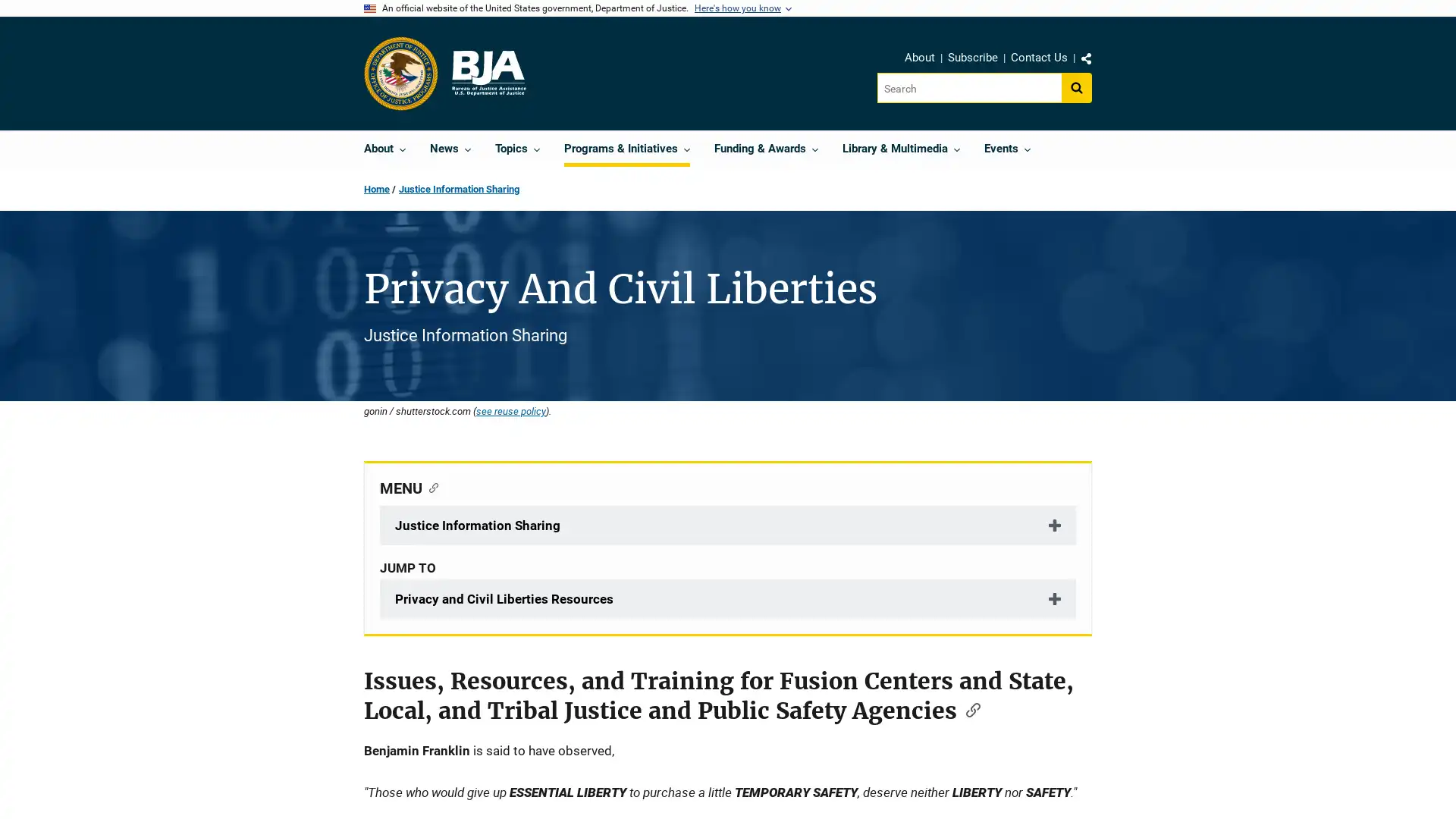 The width and height of the screenshot is (1456, 819). I want to click on Library & Multimedia, so click(901, 149).